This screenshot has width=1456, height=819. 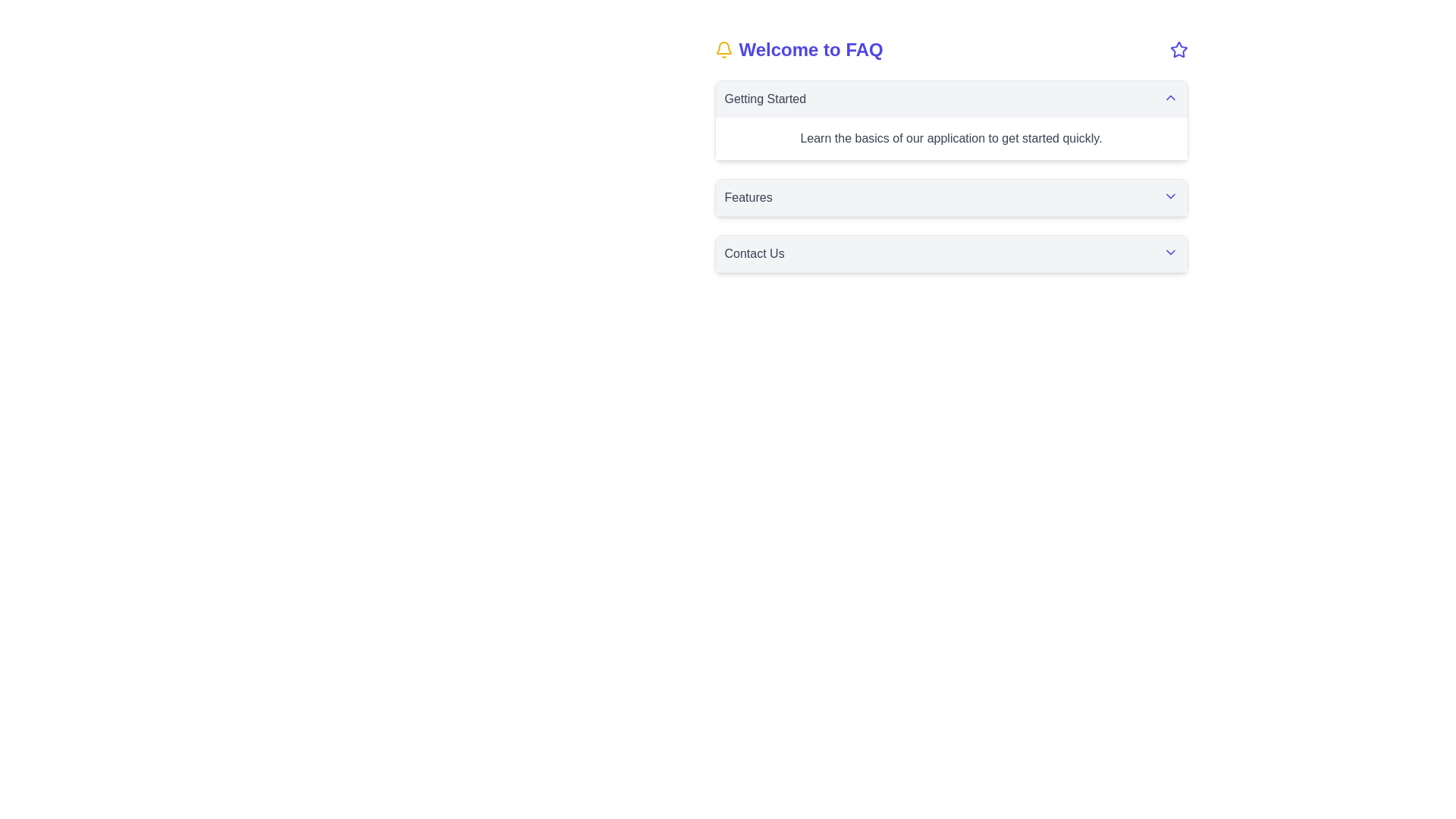 I want to click on the chevron icon, so click(x=1169, y=97).